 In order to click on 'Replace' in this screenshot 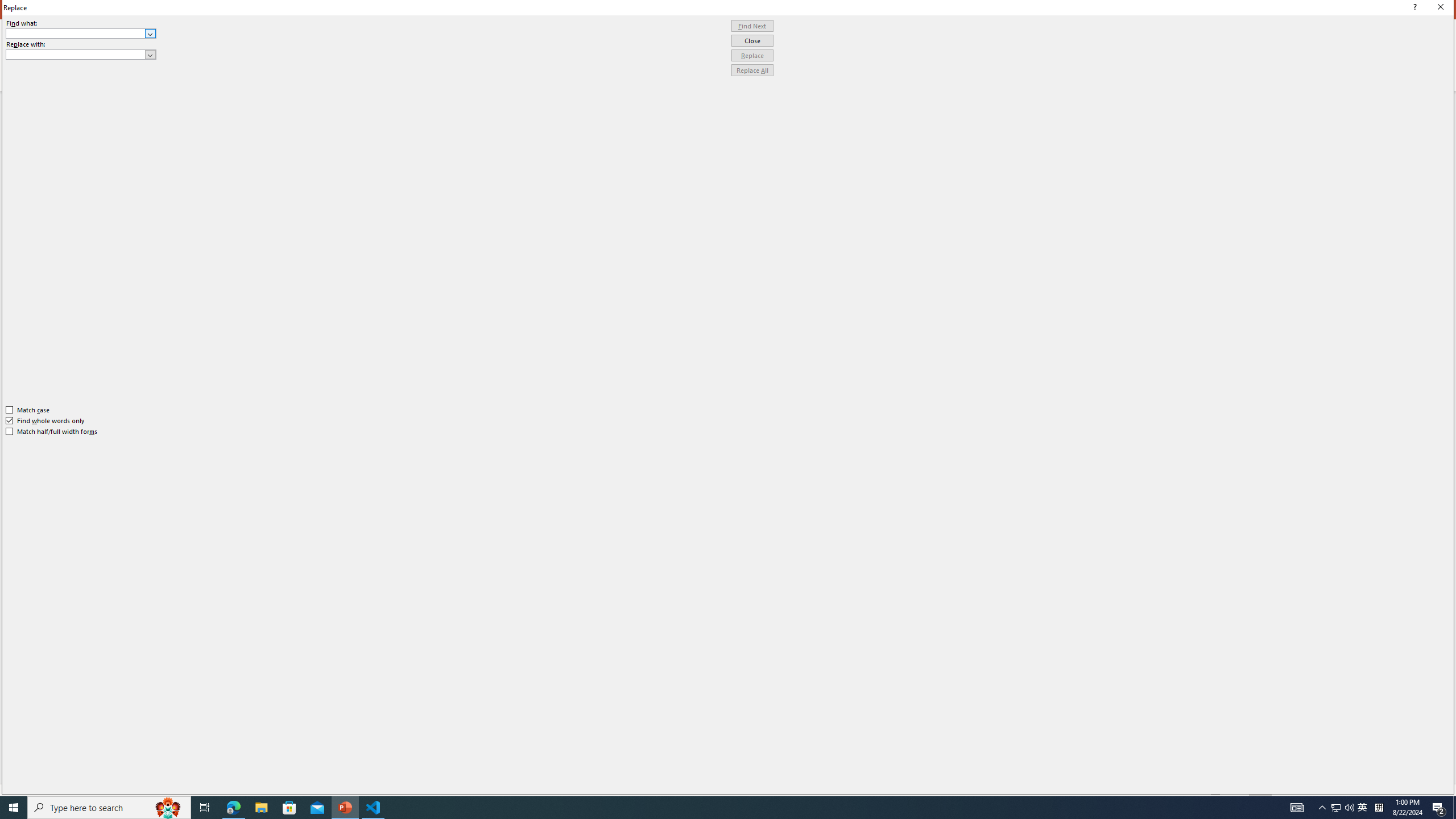, I will do `click(752, 55)`.